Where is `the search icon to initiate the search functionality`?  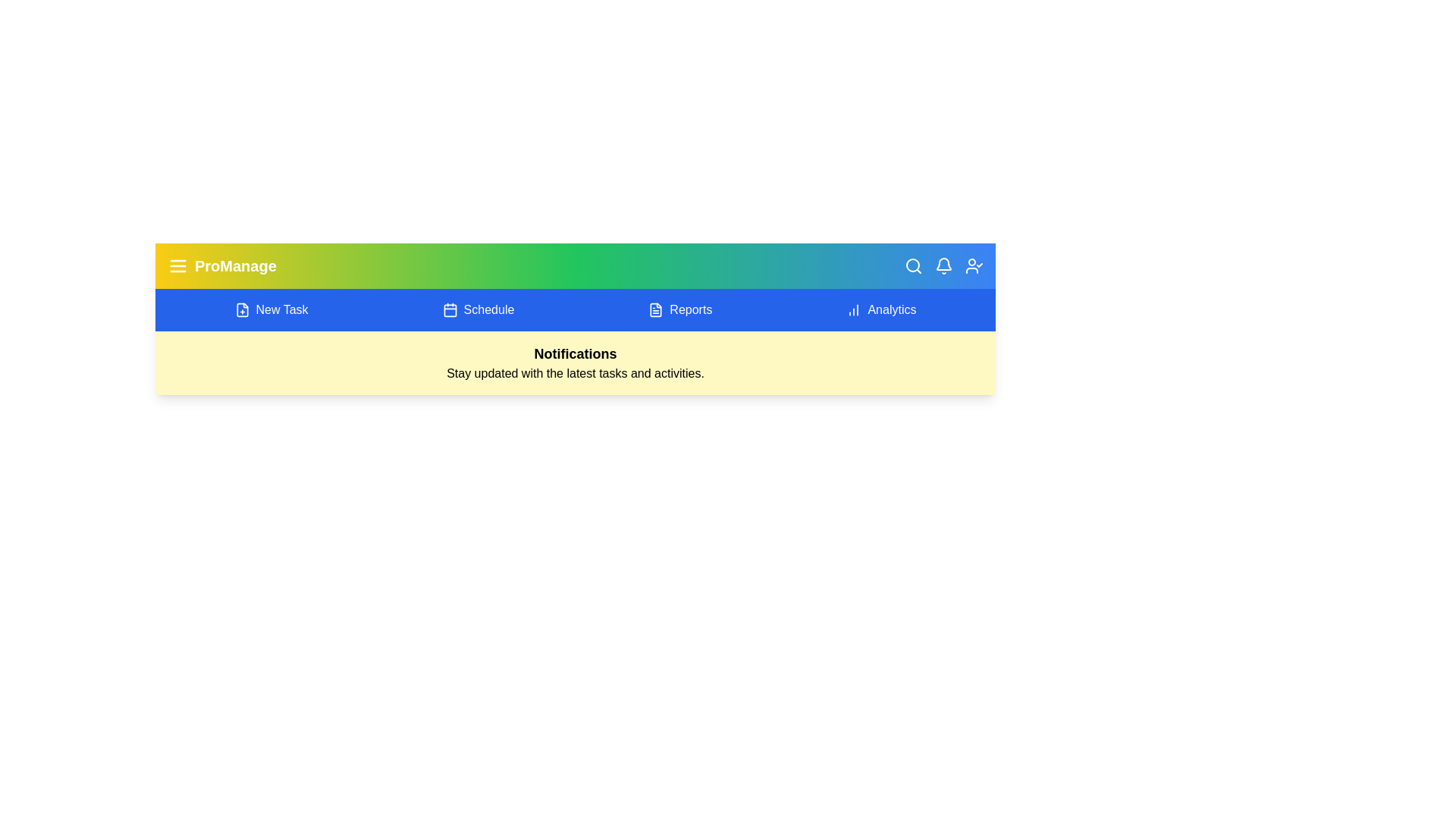 the search icon to initiate the search functionality is located at coordinates (912, 265).